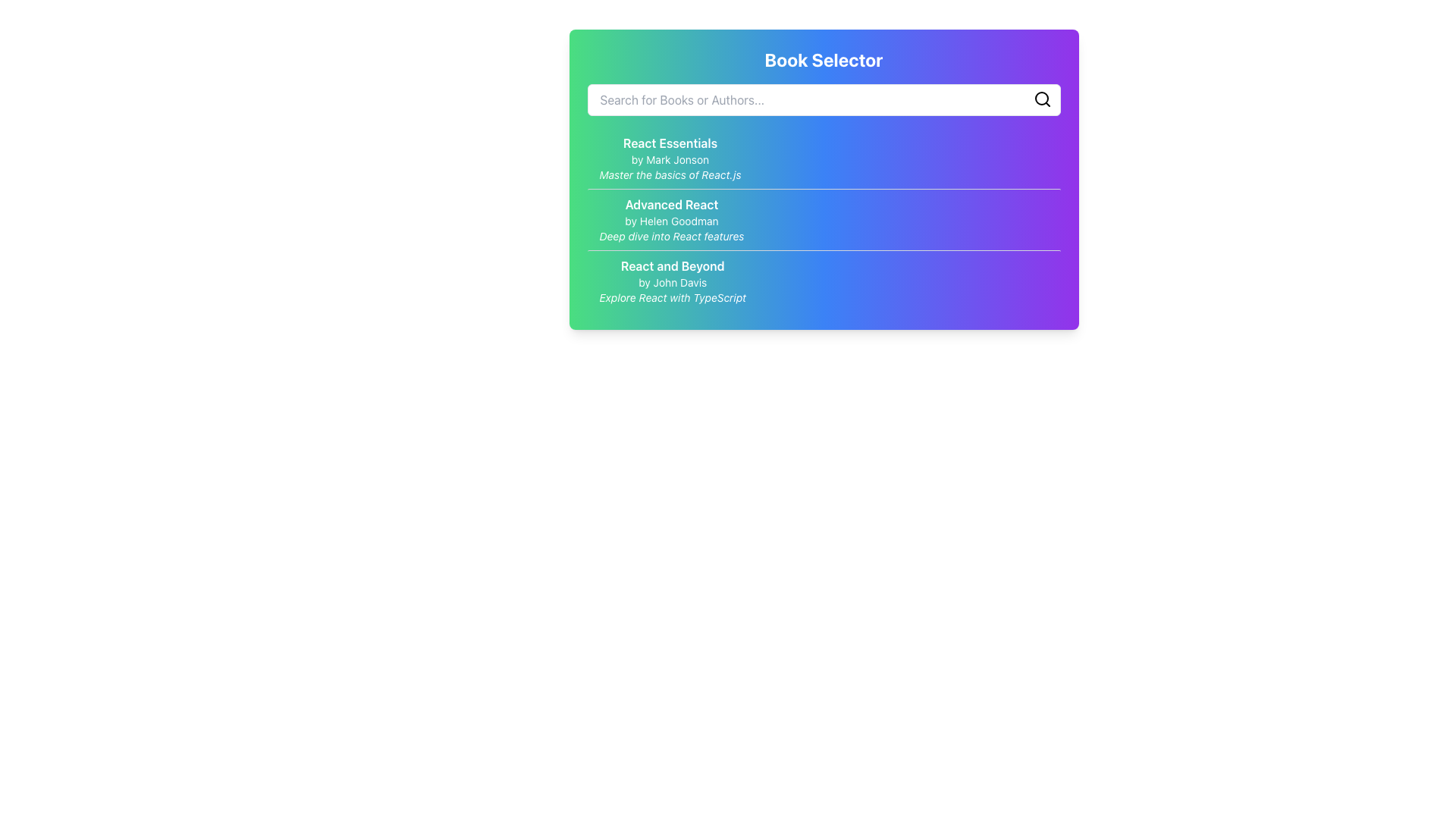 This screenshot has height=819, width=1456. What do you see at coordinates (823, 219) in the screenshot?
I see `one of the courses listed in the central List Component of the 'Book Selector' card, which displays titles, authors, and descriptions` at bounding box center [823, 219].